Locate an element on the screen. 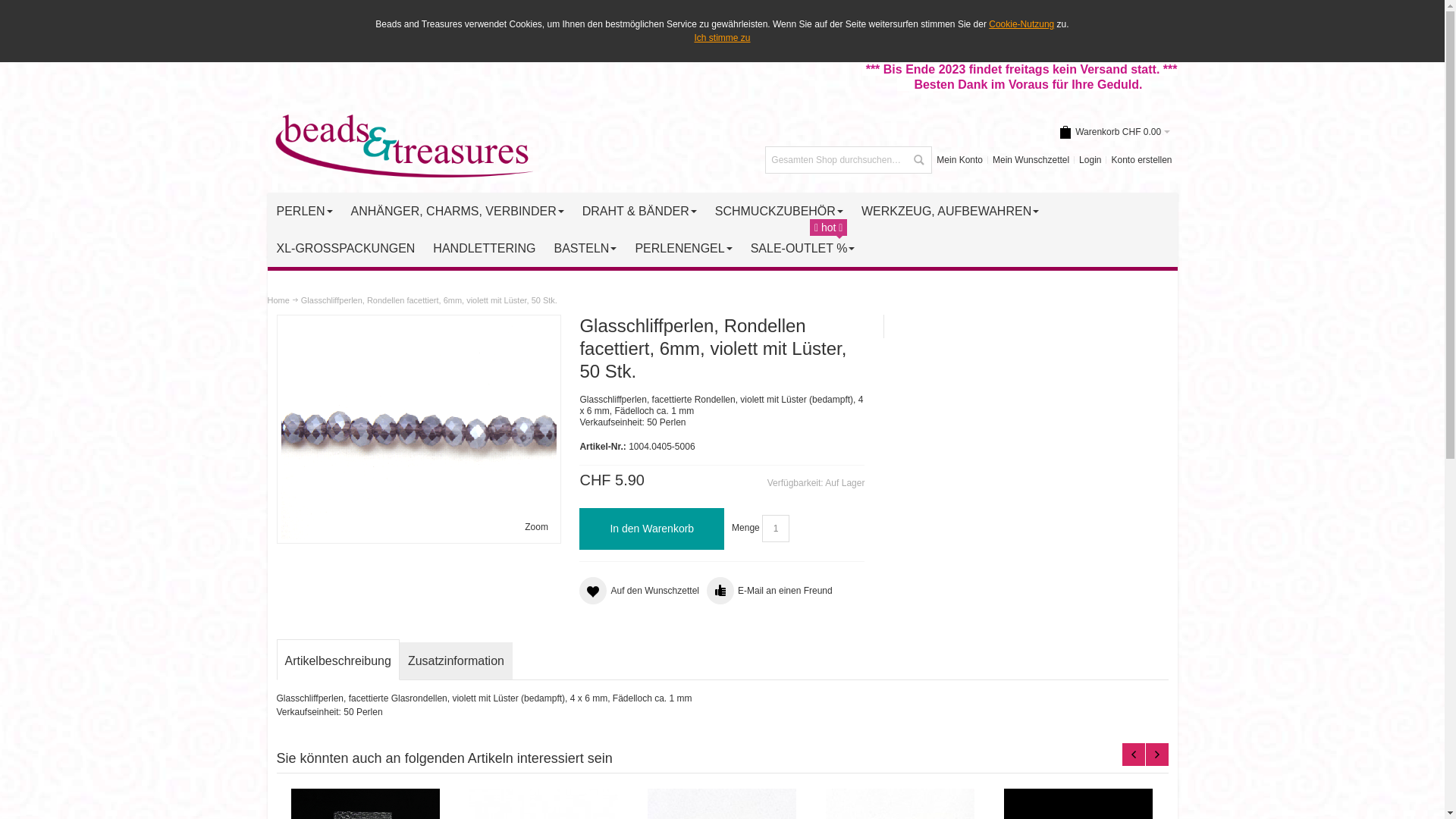 The width and height of the screenshot is (1456, 819). 'Login' is located at coordinates (1089, 160).